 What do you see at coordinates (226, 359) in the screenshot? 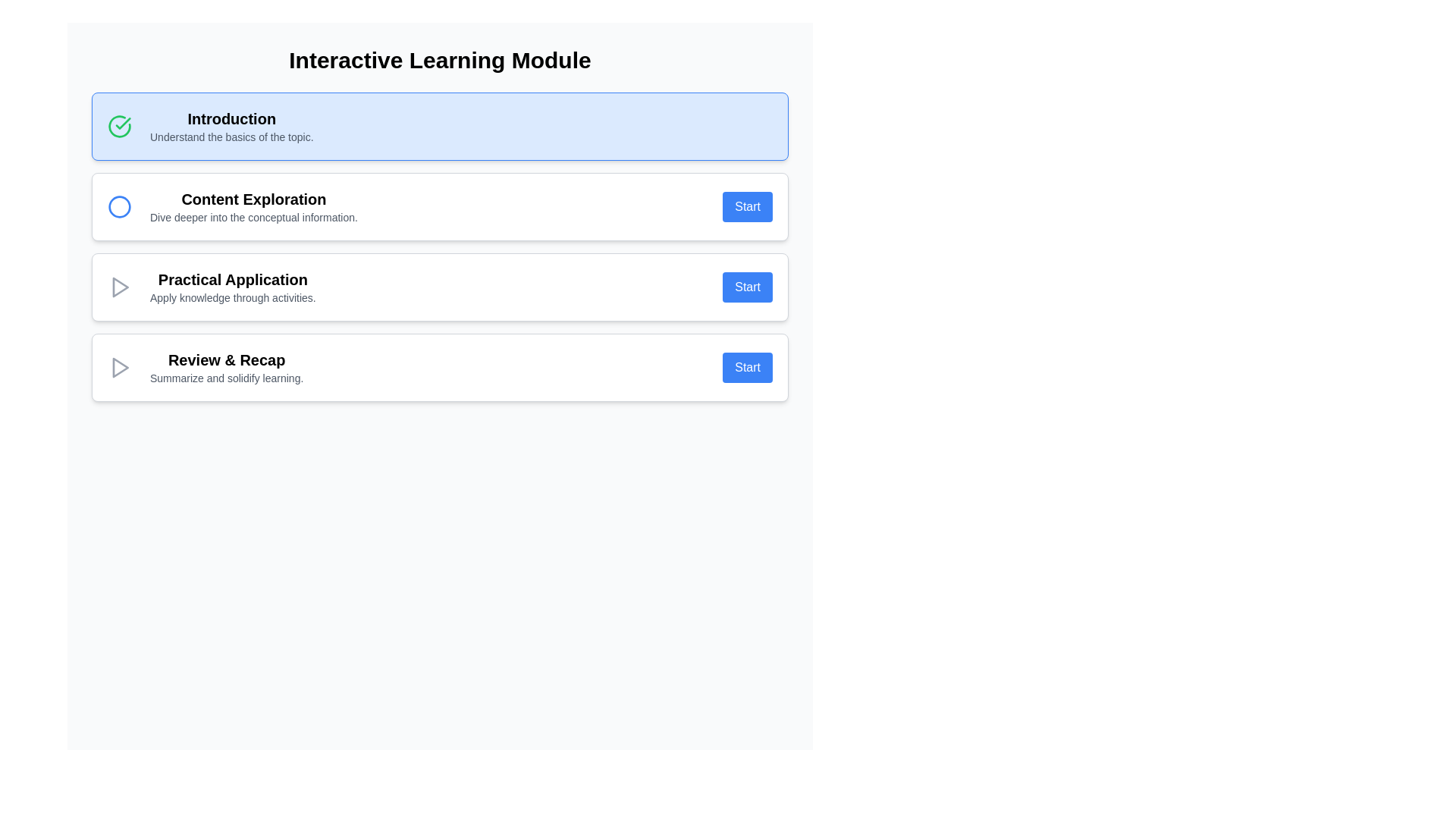
I see `the static text element that serves as the title for the 'Review & Recap' learning module, indicating its purpose to inform users about the module's content` at bounding box center [226, 359].